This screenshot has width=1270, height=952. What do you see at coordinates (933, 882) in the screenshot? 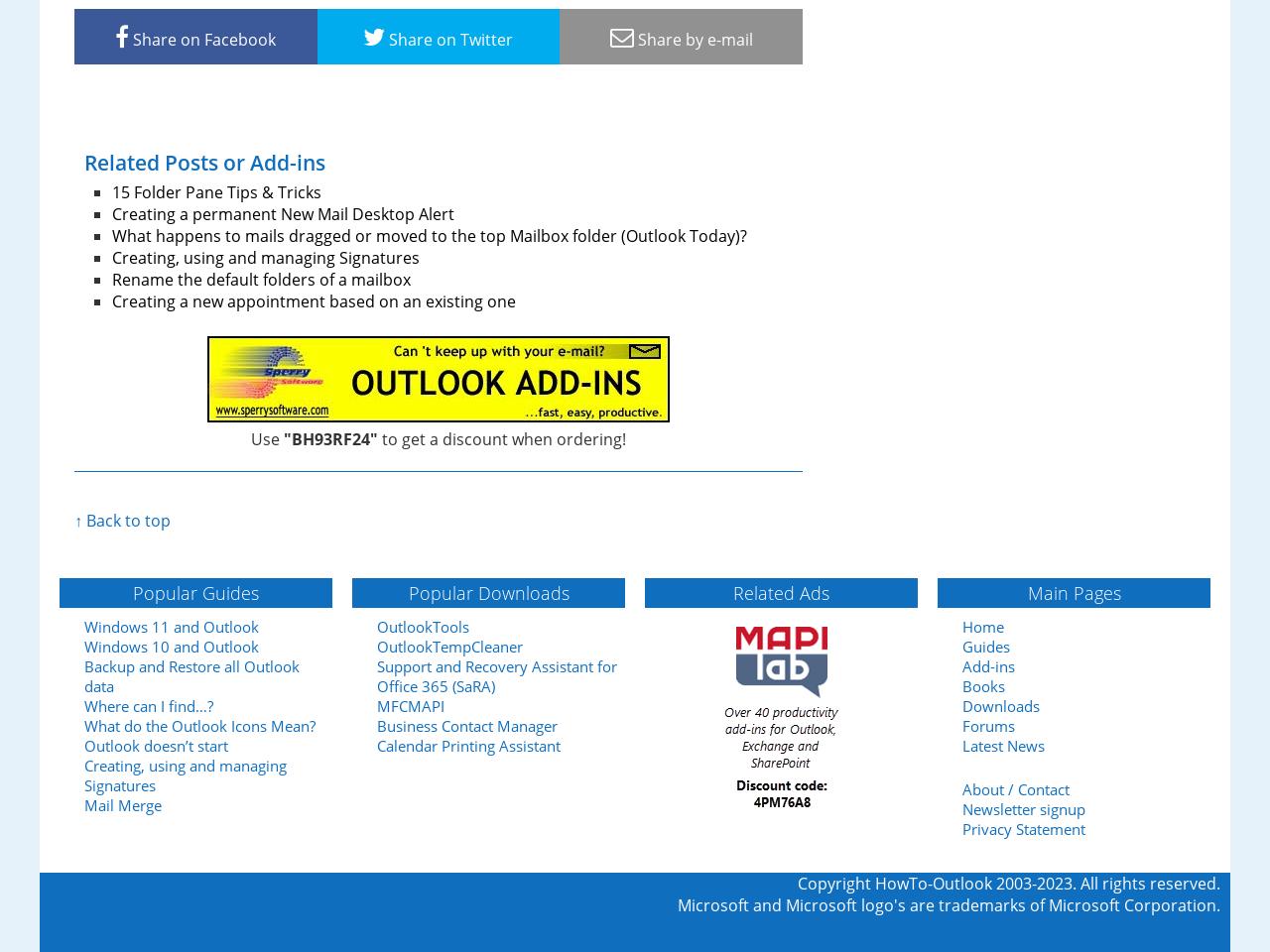
I see `'HowTo-Outlook'` at bounding box center [933, 882].